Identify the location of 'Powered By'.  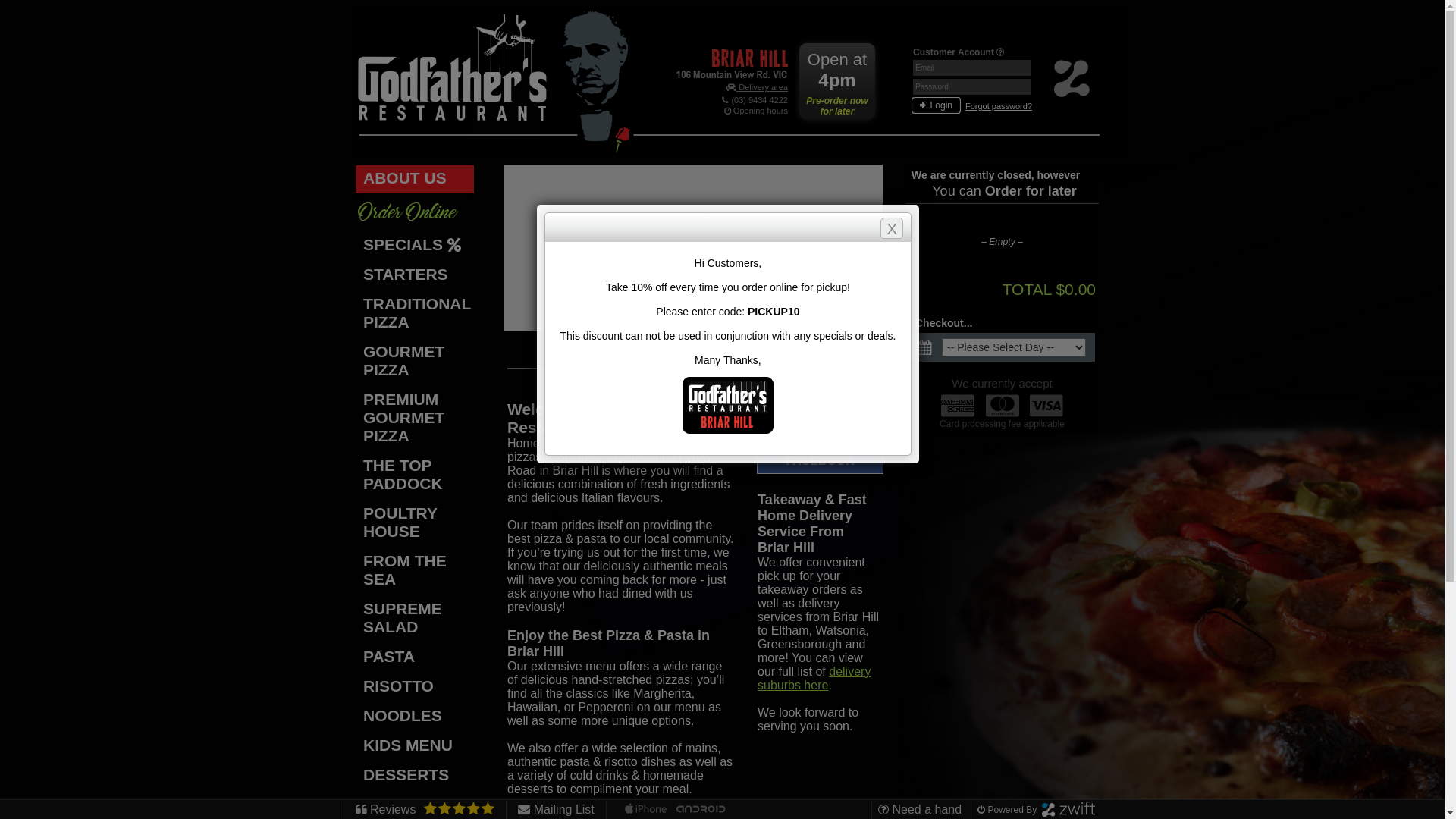
(977, 809).